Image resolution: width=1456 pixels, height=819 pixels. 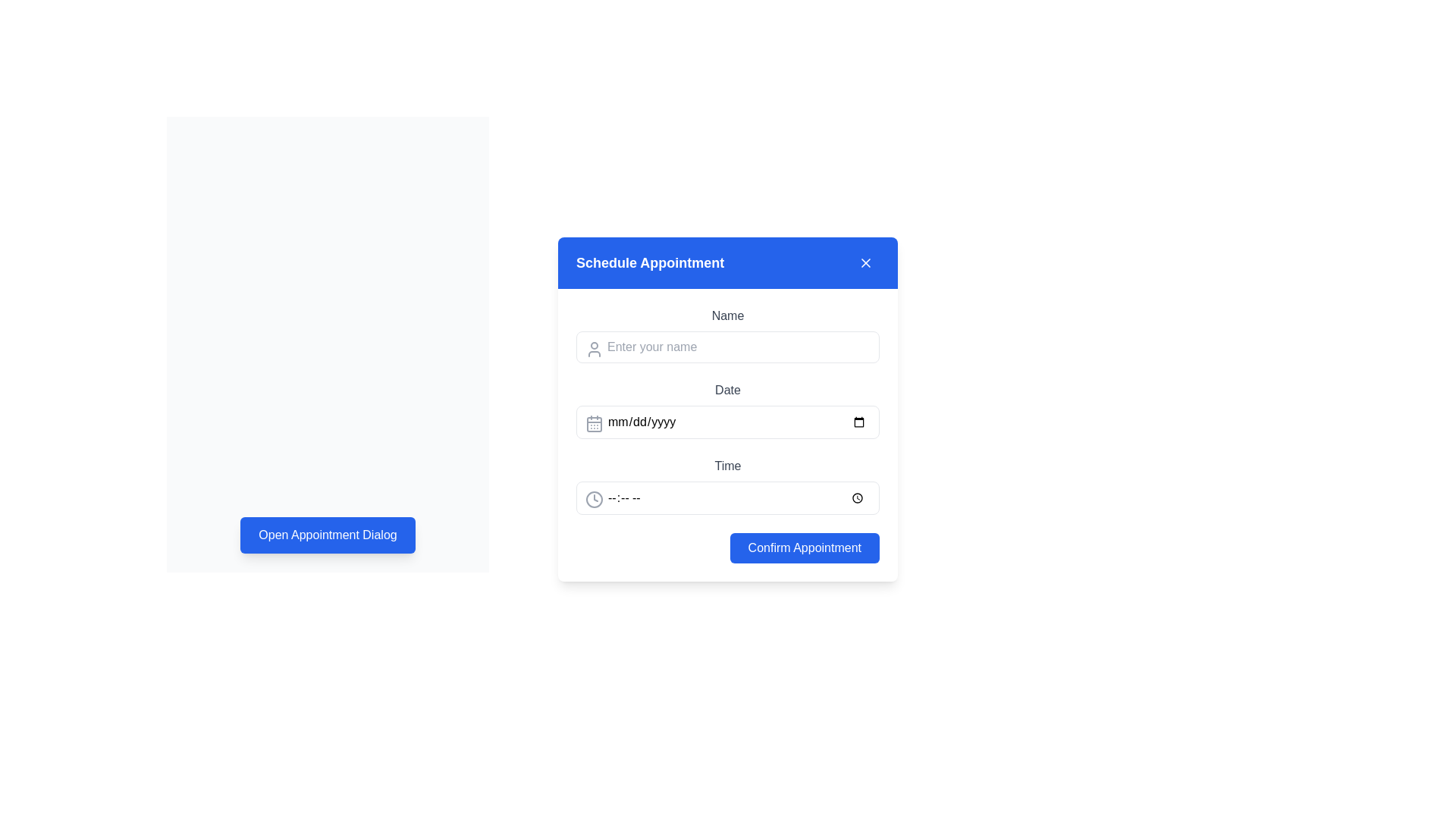 What do you see at coordinates (728, 465) in the screenshot?
I see `the text label reading 'Time' in the 'Schedule Appointment' modal dialog, which is styled with a gray color and medium font weight, located below the 'Date' field` at bounding box center [728, 465].